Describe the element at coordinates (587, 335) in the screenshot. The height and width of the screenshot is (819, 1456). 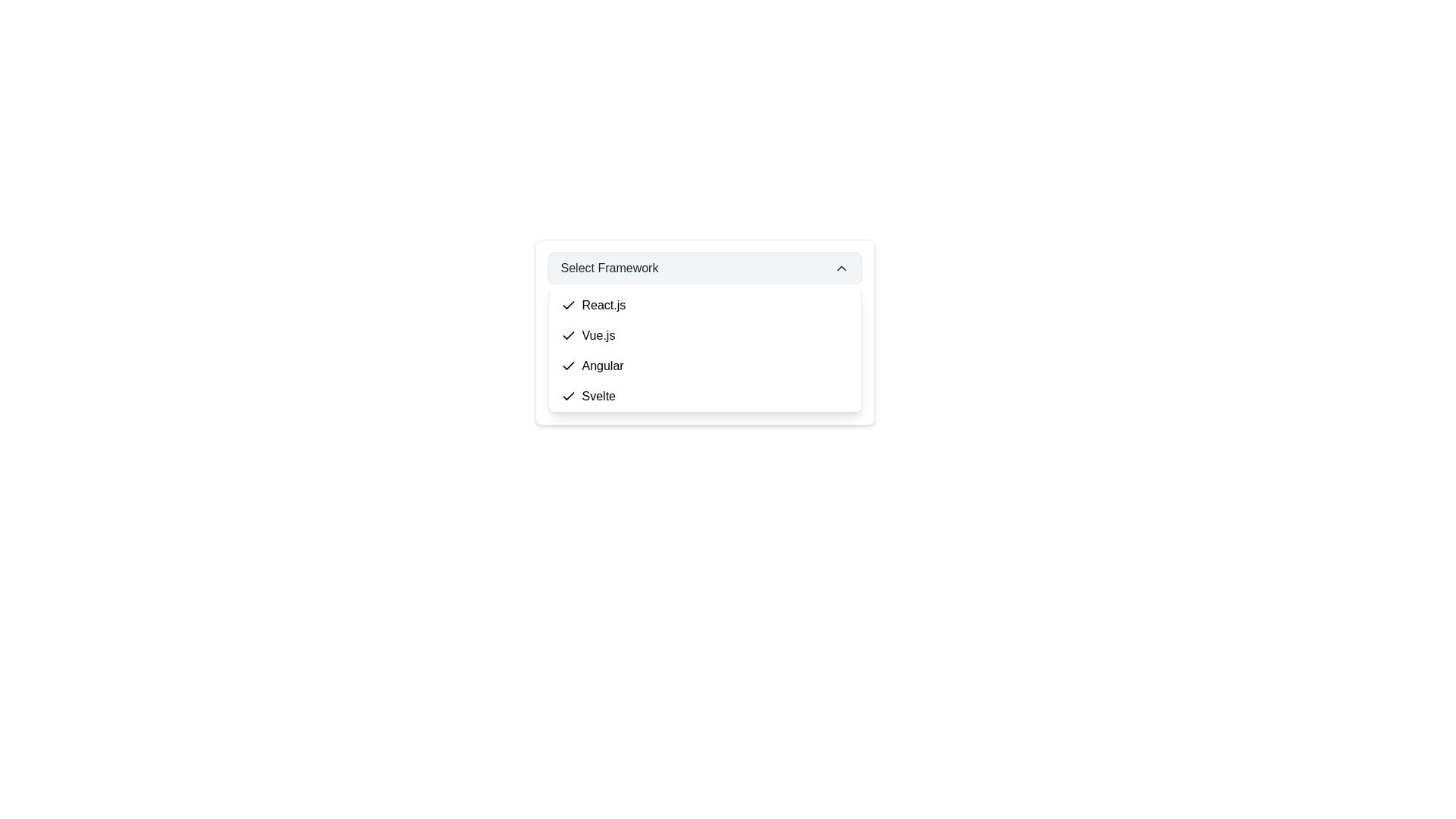
I see `the 'Vue.js' option in the interactive dropdown menu, which is the second line item below 'React.js' and above 'Angular'` at that location.